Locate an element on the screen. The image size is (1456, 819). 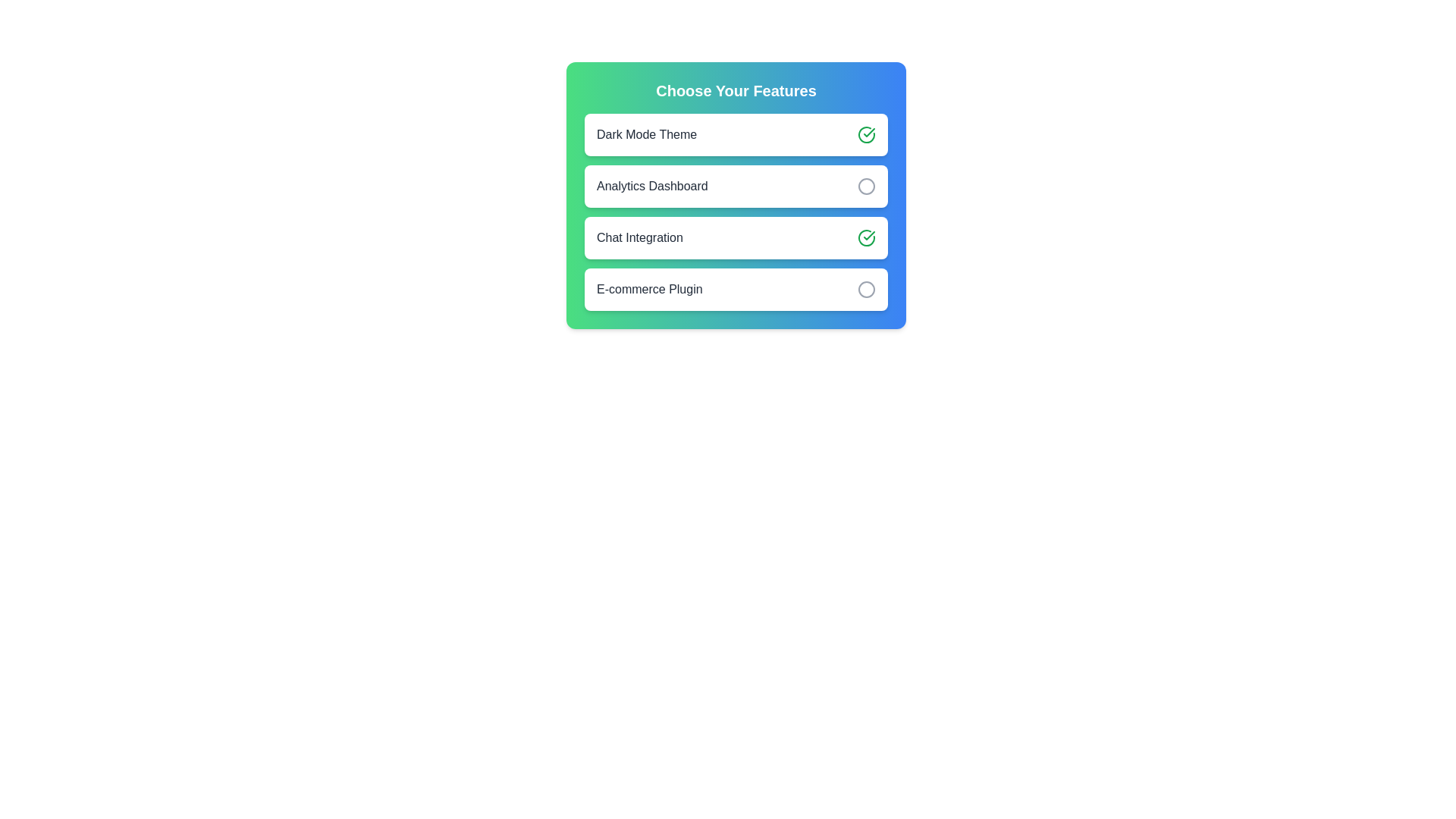
the feature E-commerce Plugin is located at coordinates (866, 289).